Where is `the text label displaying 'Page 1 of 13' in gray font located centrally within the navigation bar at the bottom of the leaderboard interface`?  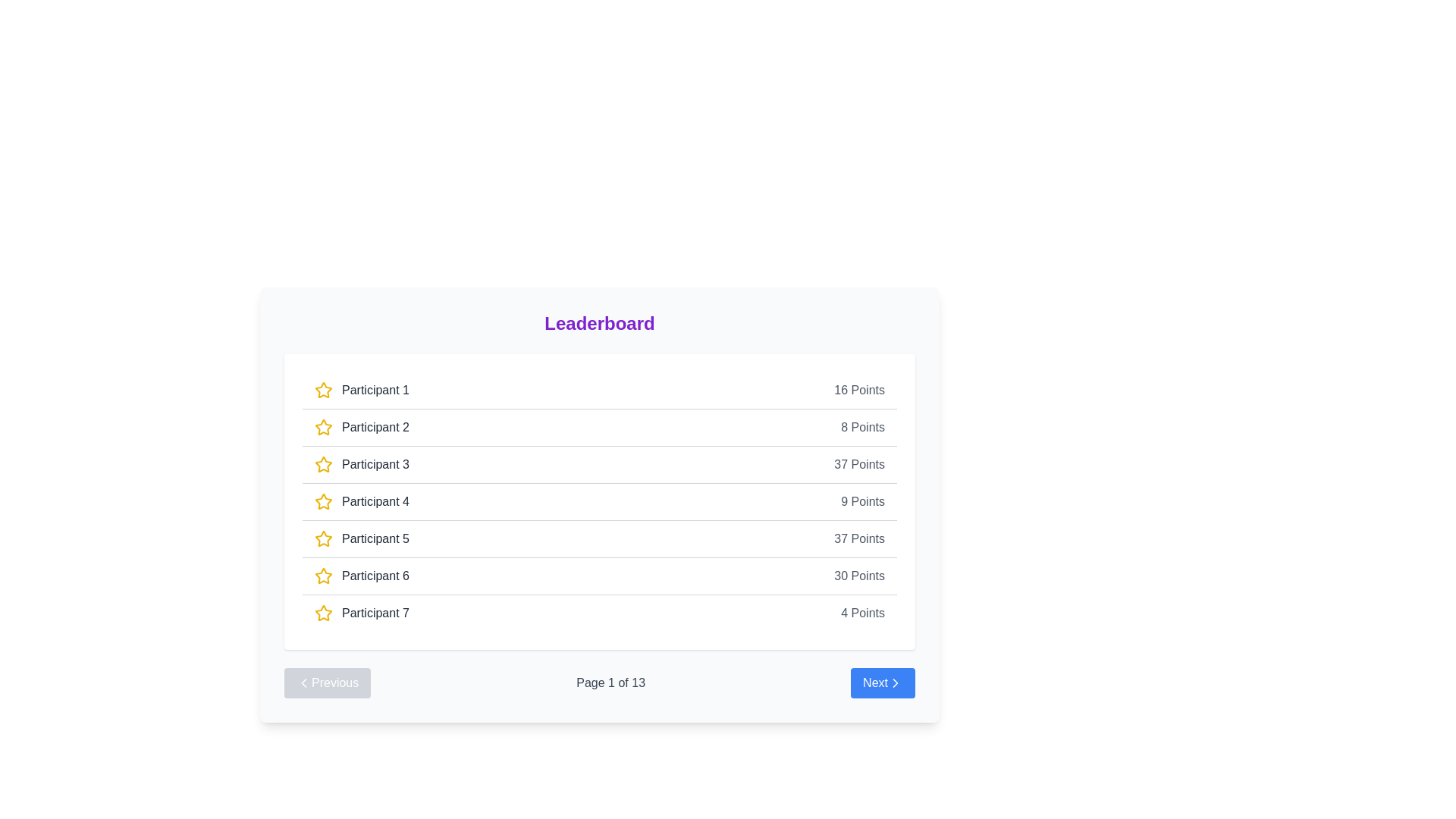 the text label displaying 'Page 1 of 13' in gray font located centrally within the navigation bar at the bottom of the leaderboard interface is located at coordinates (610, 683).